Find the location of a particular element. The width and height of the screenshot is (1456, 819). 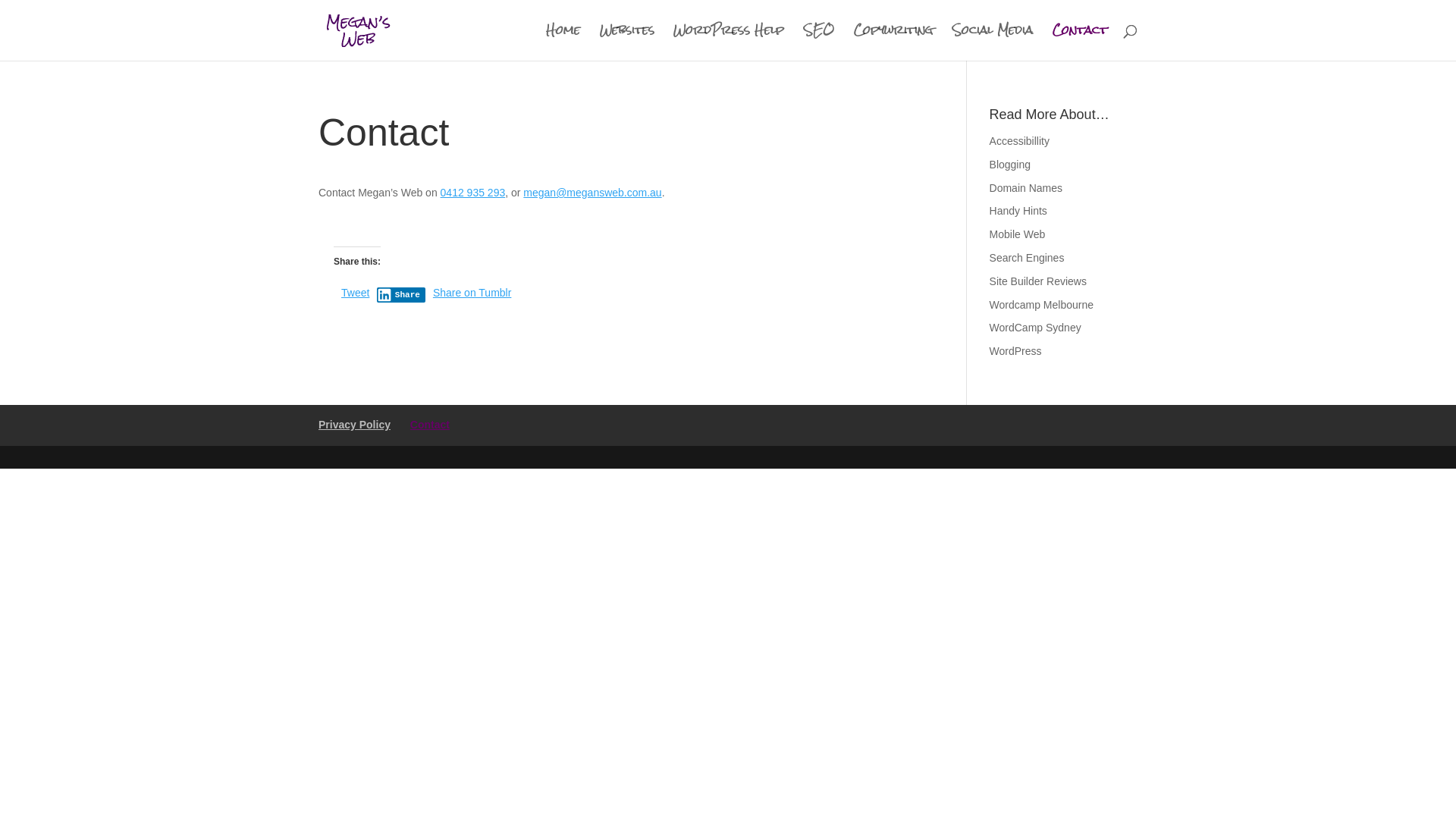

'Wordcamp Melbourne' is located at coordinates (1040, 304).